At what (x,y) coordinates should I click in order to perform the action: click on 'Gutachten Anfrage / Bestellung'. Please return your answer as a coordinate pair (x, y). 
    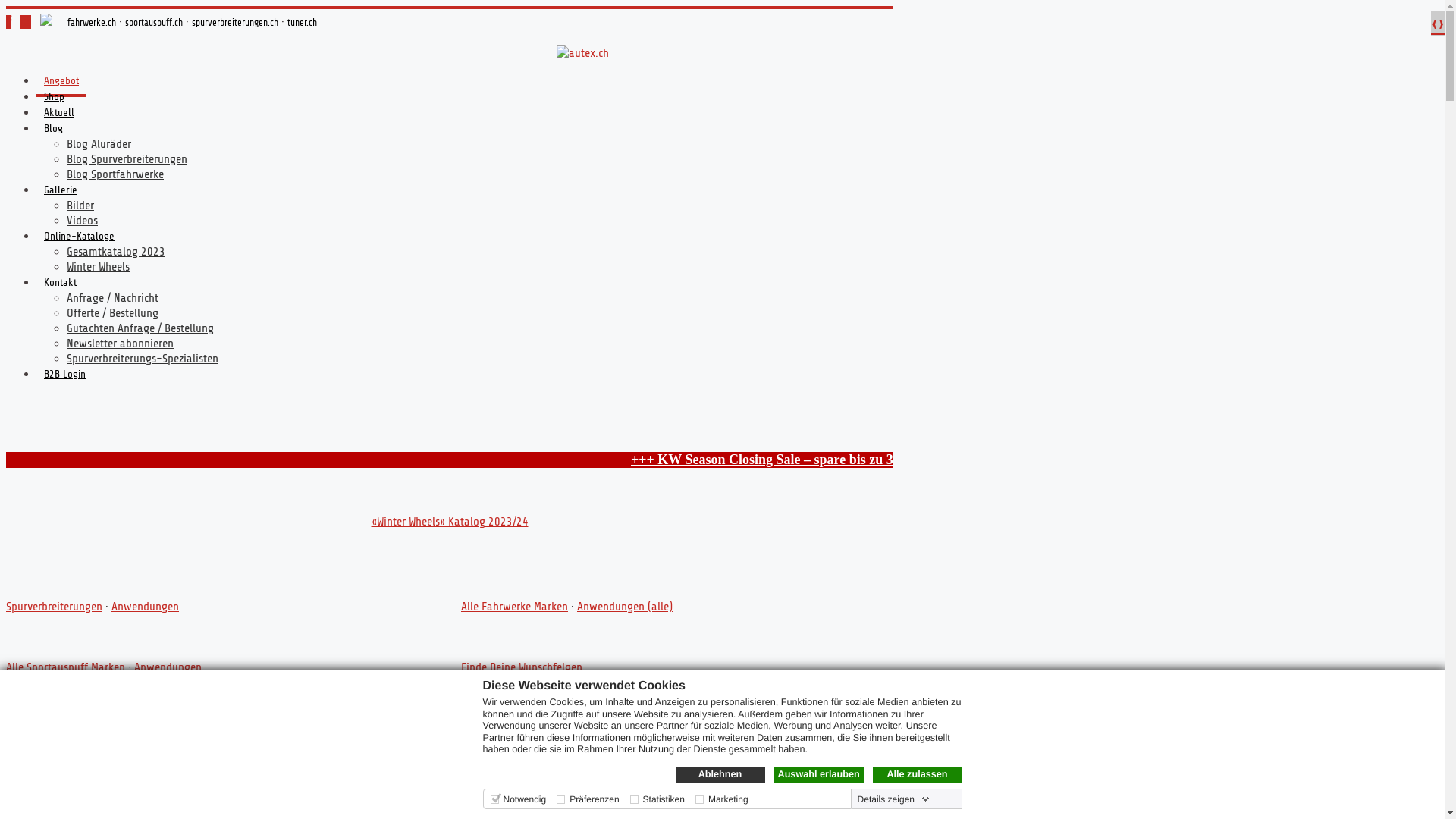
    Looking at the image, I should click on (140, 327).